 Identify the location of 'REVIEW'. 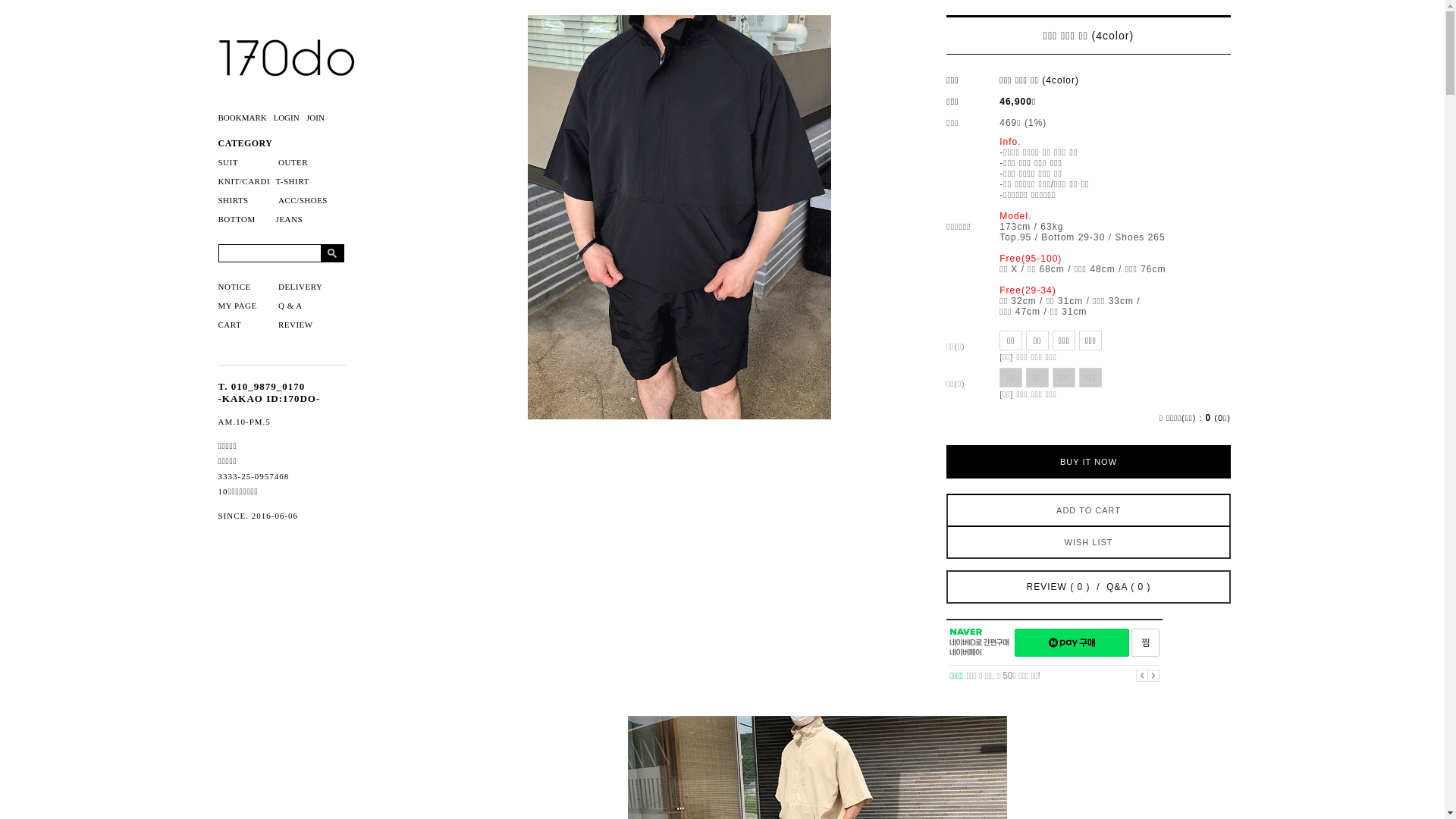
(295, 324).